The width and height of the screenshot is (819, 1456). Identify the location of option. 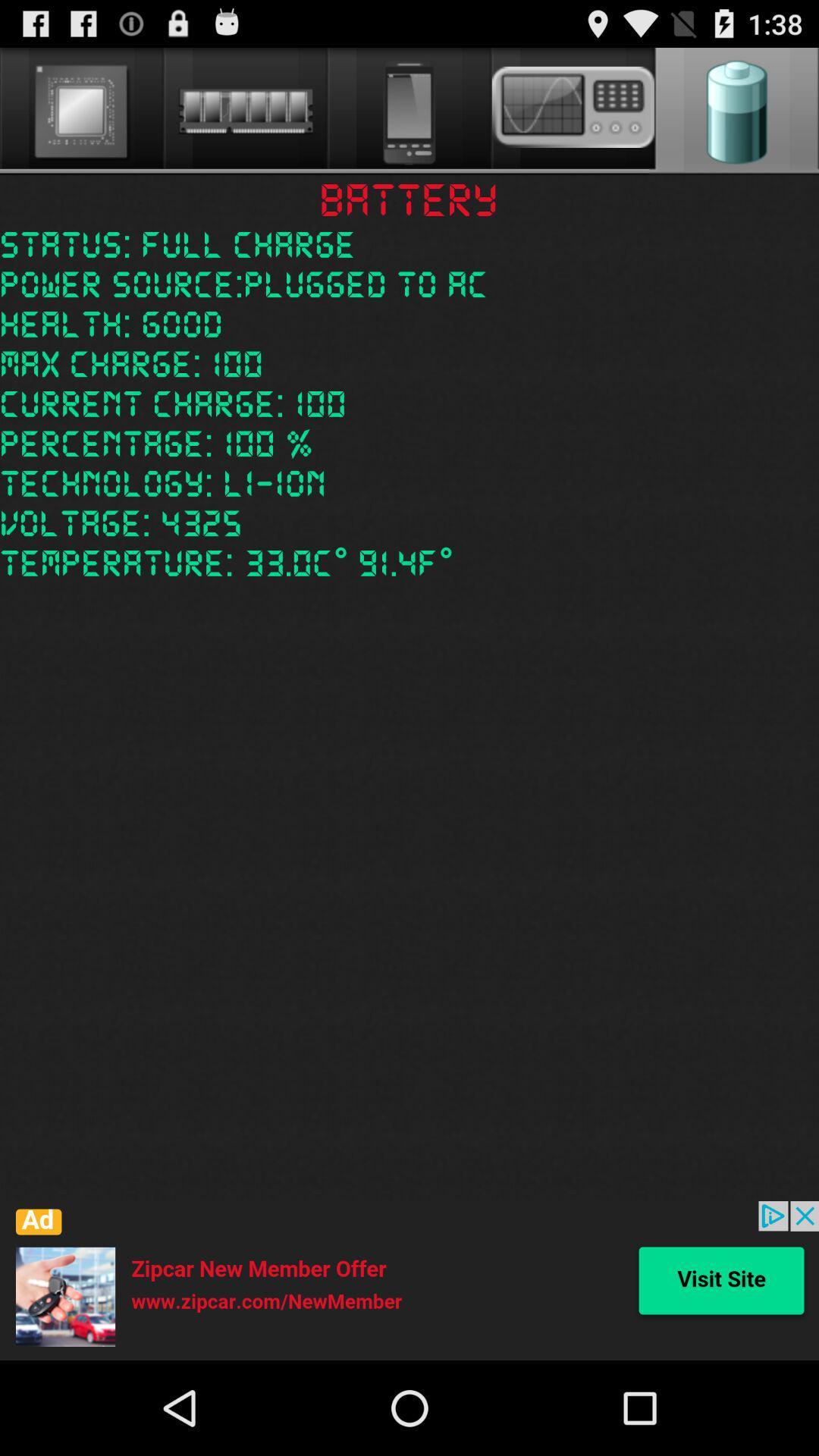
(409, 1280).